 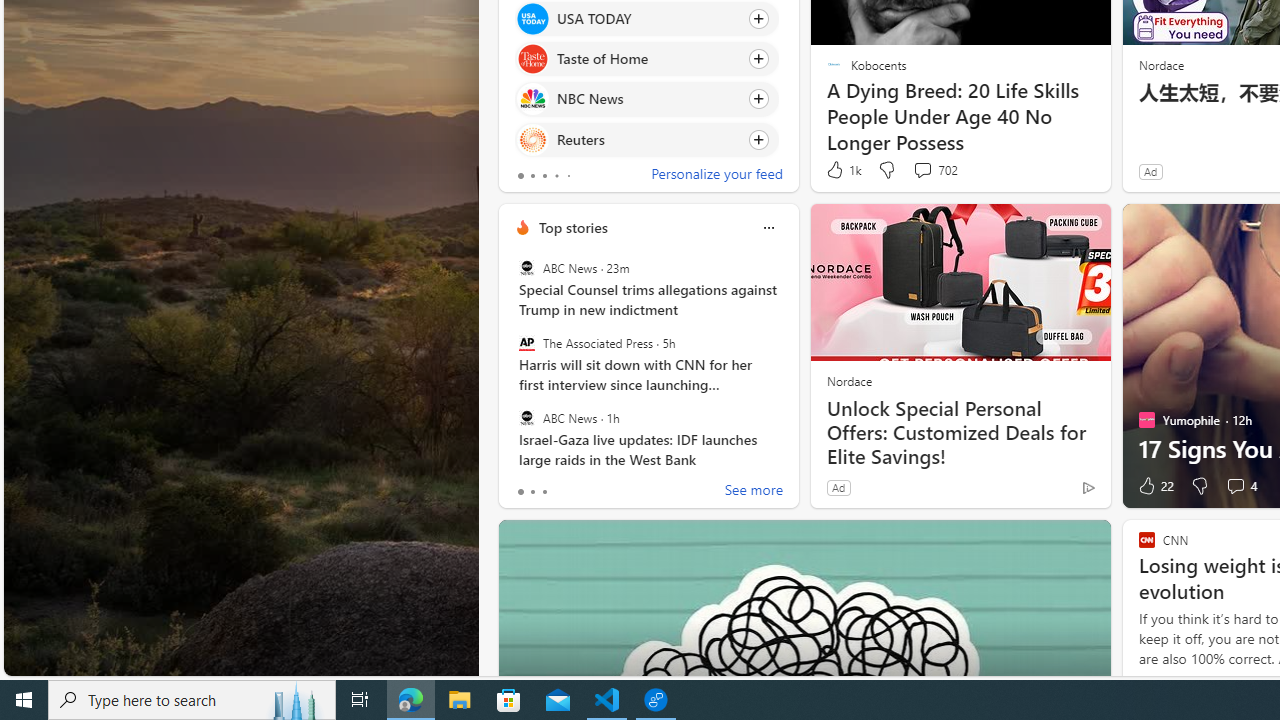 What do you see at coordinates (752, 492) in the screenshot?
I see `'See more'` at bounding box center [752, 492].